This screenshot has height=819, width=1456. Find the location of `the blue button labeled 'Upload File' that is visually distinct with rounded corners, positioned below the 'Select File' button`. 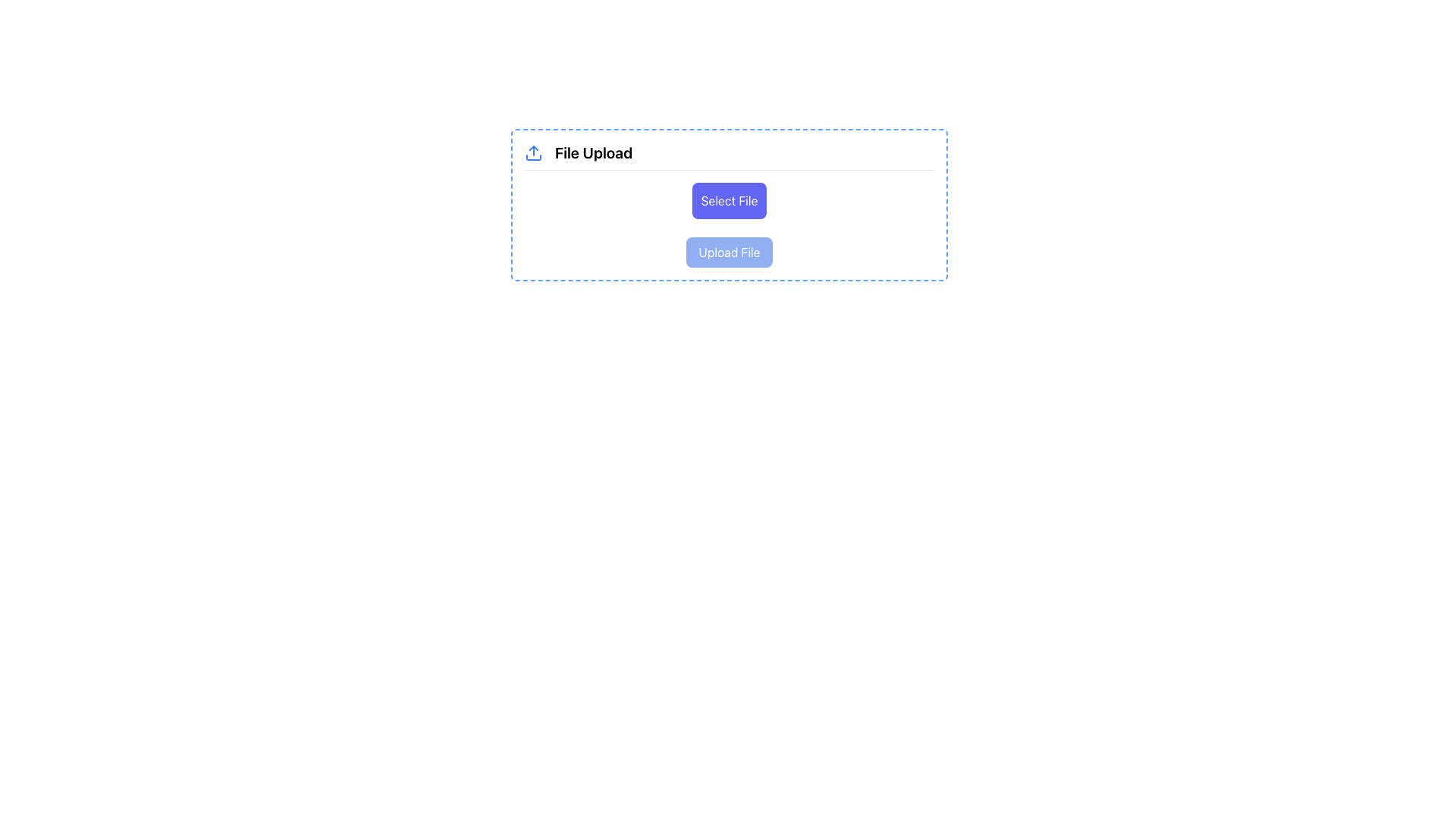

the blue button labeled 'Upload File' that is visually distinct with rounded corners, positioned below the 'Select File' button is located at coordinates (729, 251).